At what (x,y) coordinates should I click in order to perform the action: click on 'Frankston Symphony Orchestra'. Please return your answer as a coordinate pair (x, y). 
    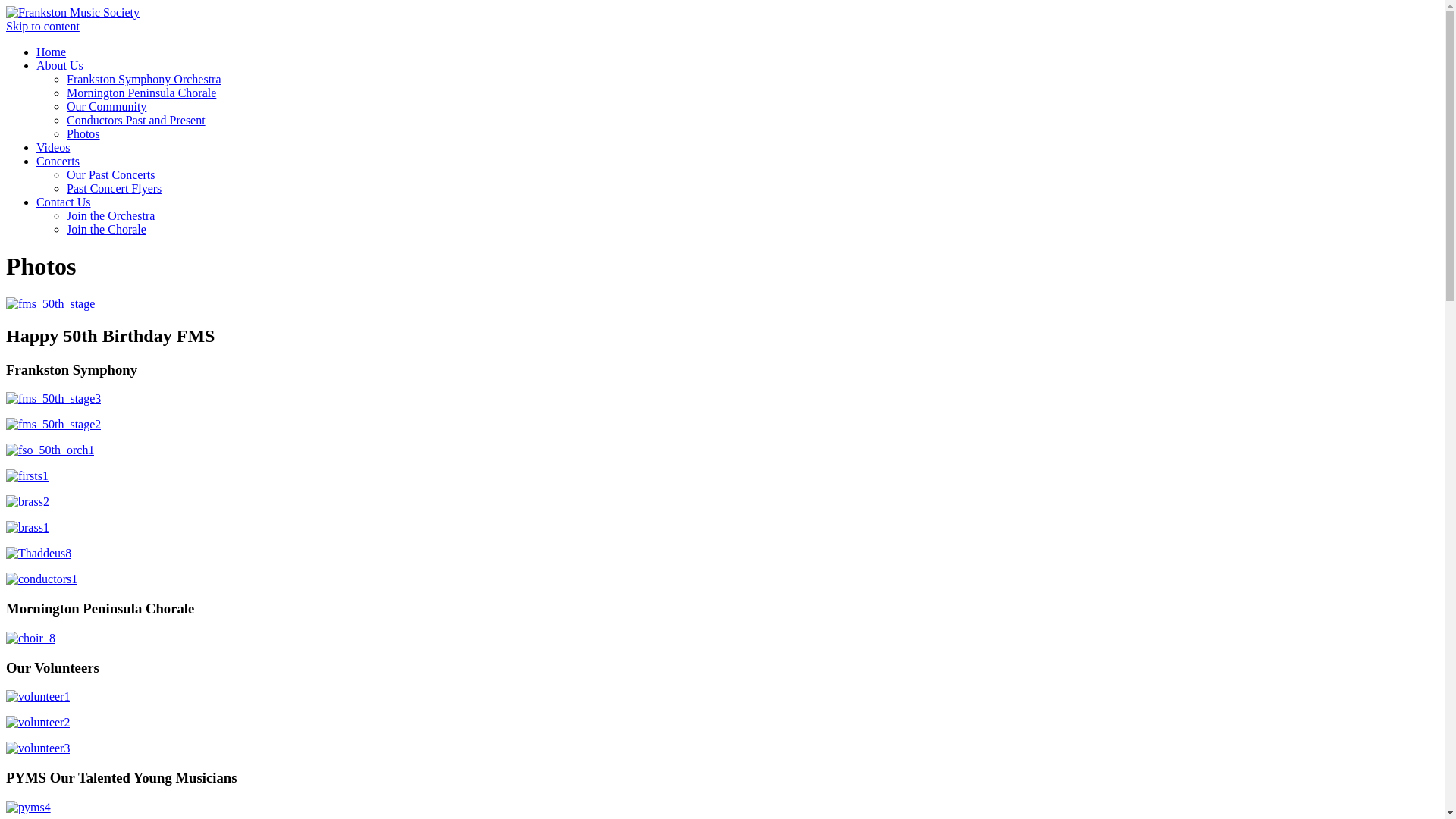
    Looking at the image, I should click on (144, 79).